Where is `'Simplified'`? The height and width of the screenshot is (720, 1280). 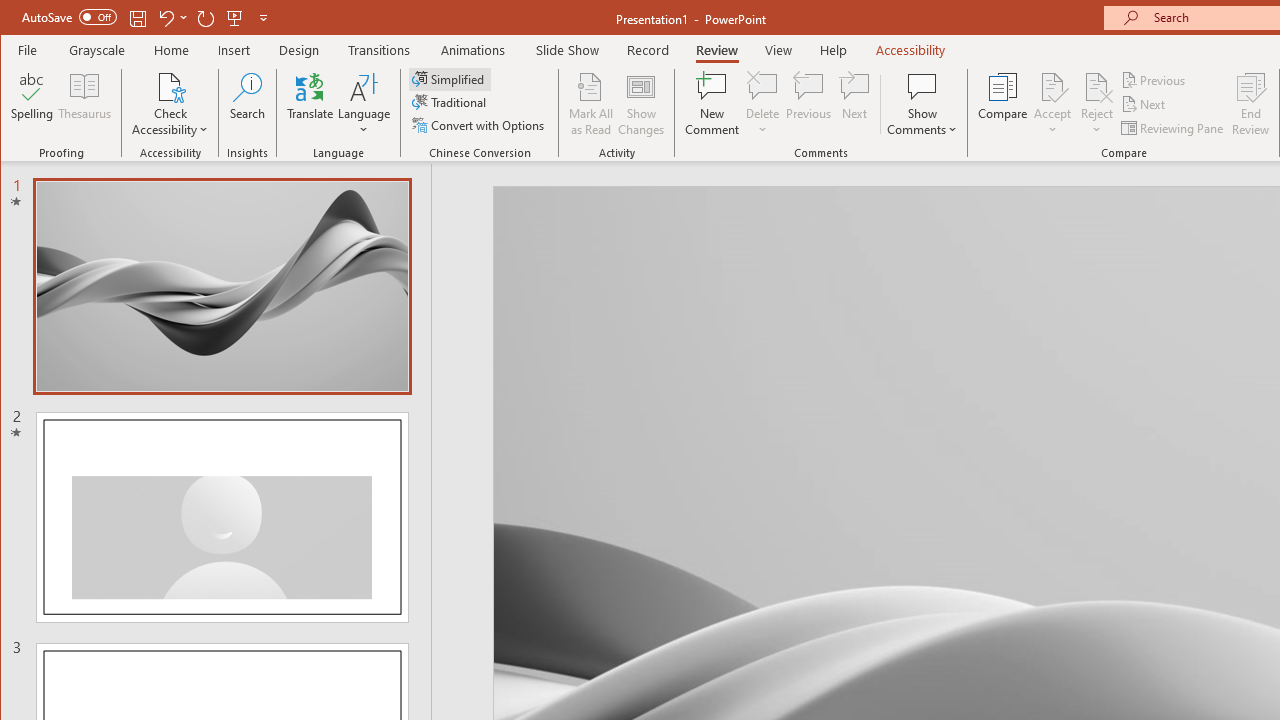 'Simplified' is located at coordinates (449, 78).